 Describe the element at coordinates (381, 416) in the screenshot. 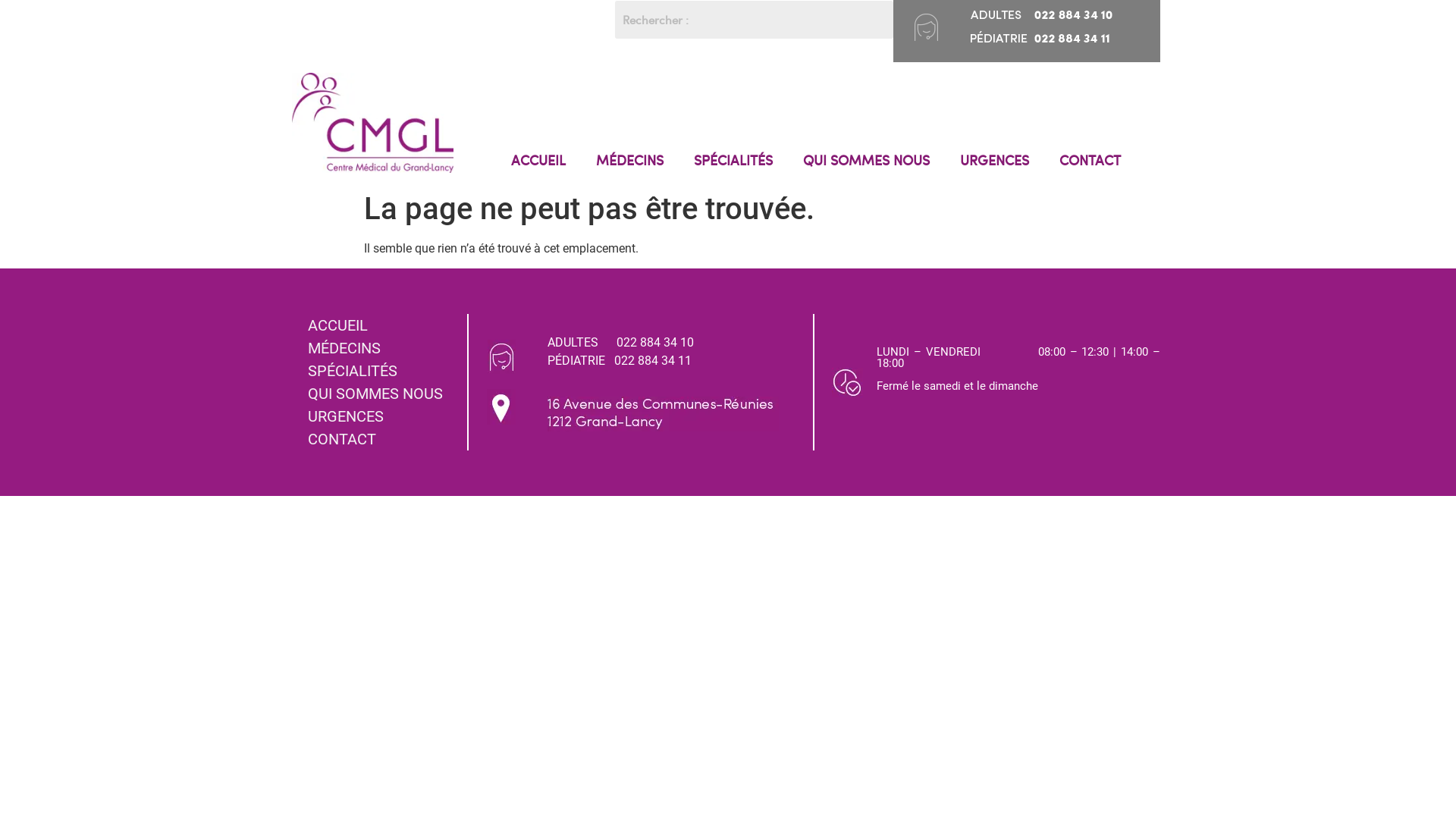

I see `'URGENCES'` at that location.